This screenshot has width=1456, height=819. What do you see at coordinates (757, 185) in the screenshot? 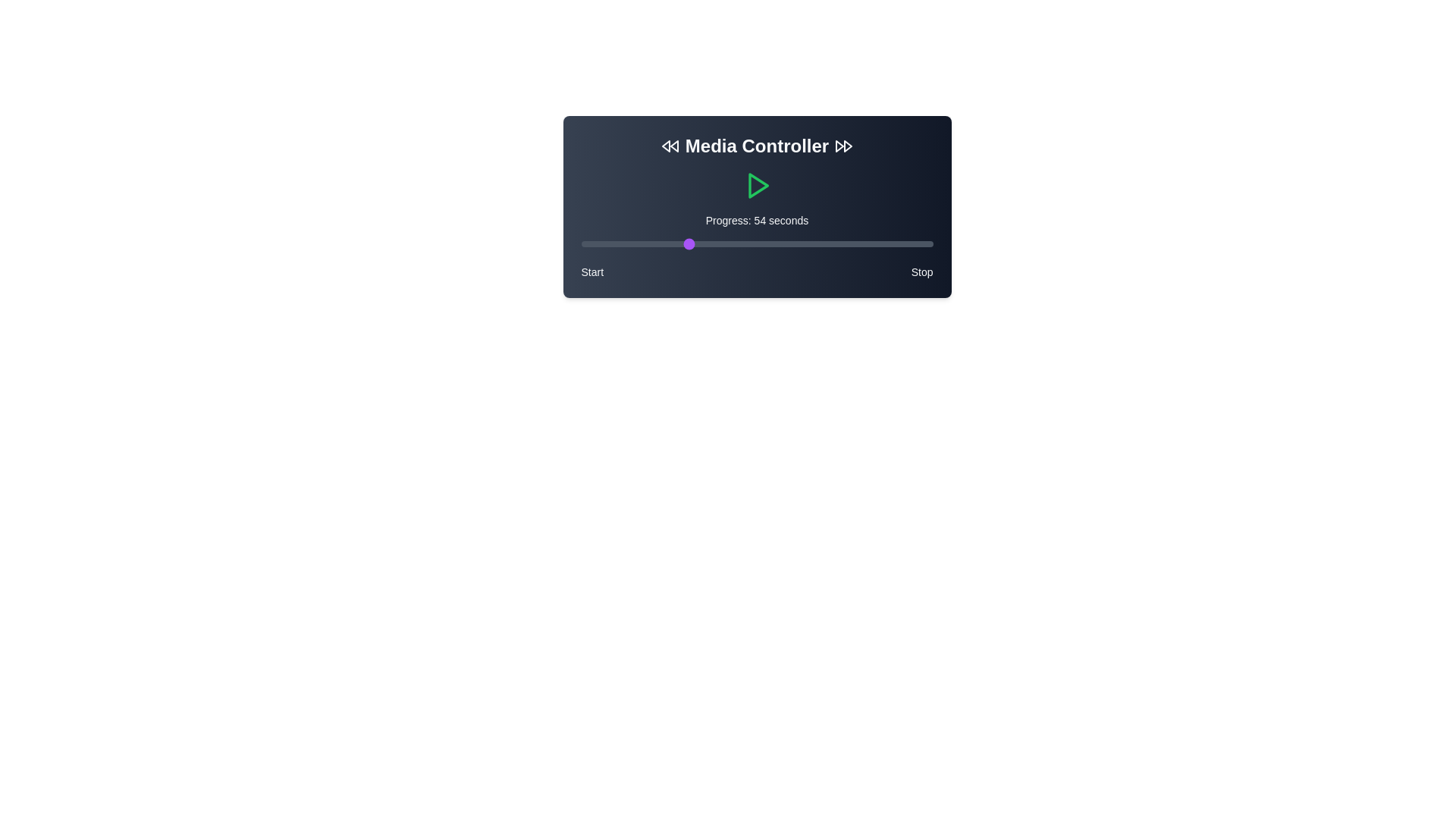
I see `the play button to start media playback` at bounding box center [757, 185].